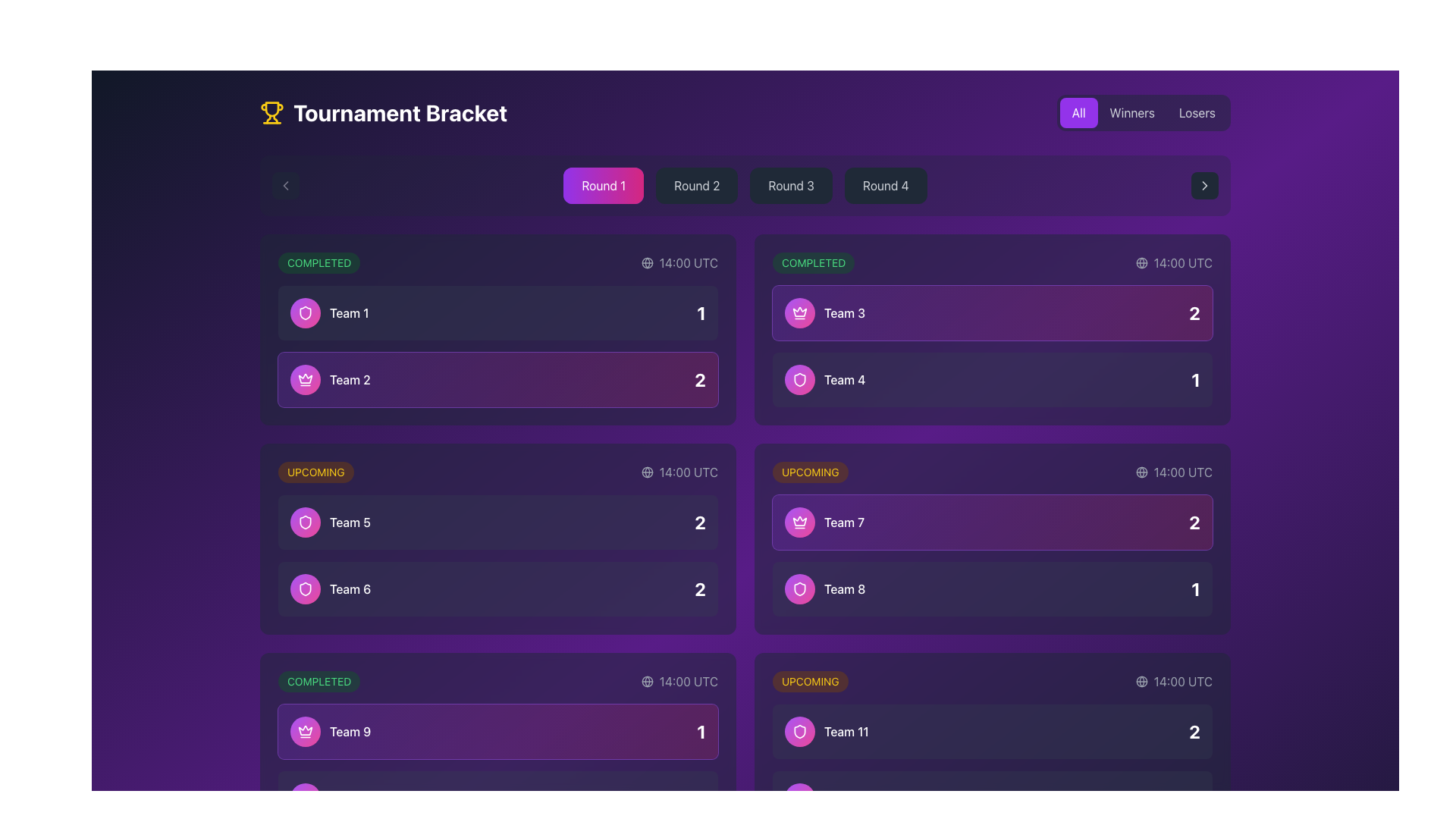  I want to click on the large white number '1' displayed in bold on a gradient background within the 'Team 9' card, so click(701, 730).